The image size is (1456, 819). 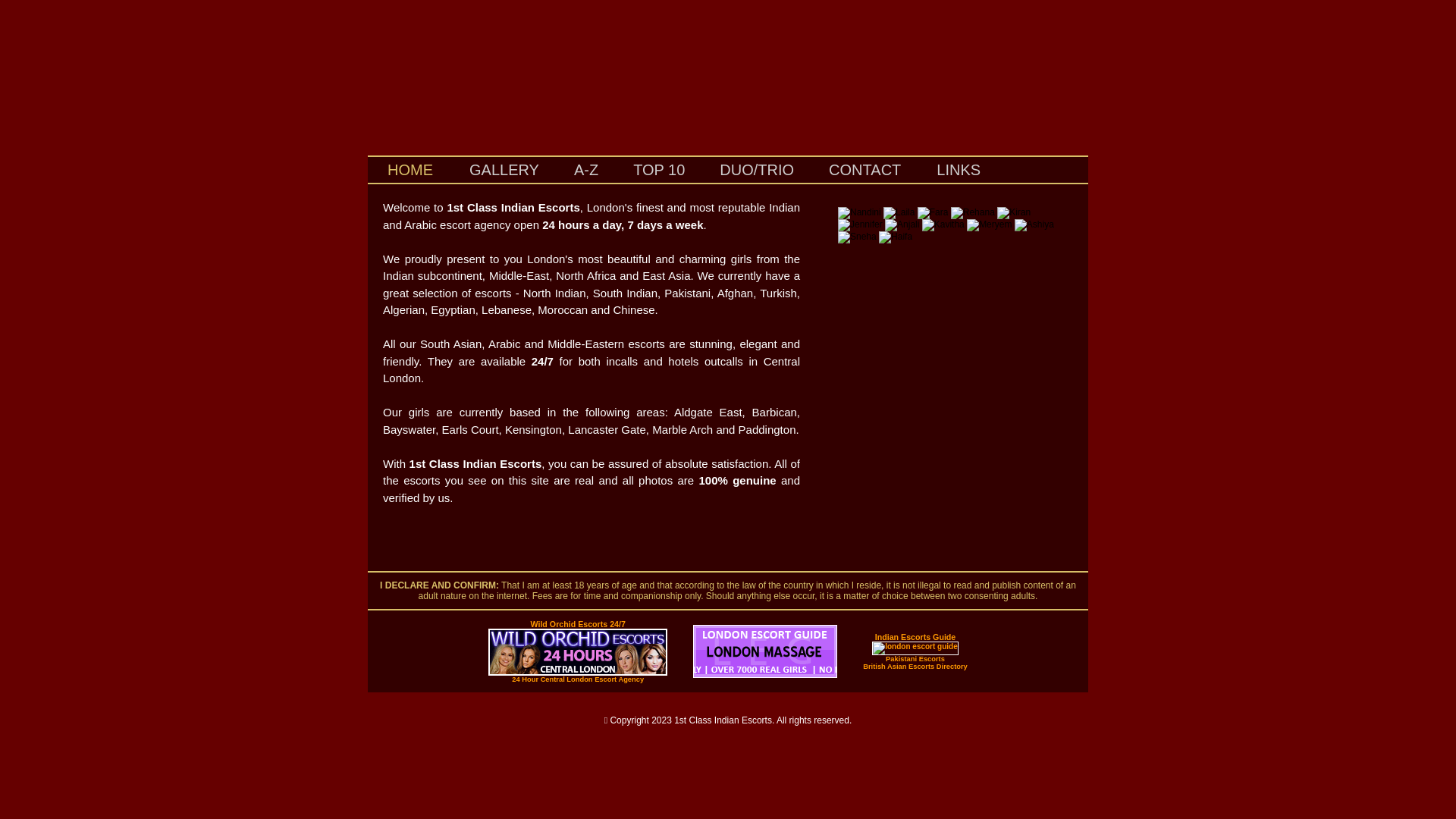 I want to click on 'TOP 10', so click(x=658, y=171).